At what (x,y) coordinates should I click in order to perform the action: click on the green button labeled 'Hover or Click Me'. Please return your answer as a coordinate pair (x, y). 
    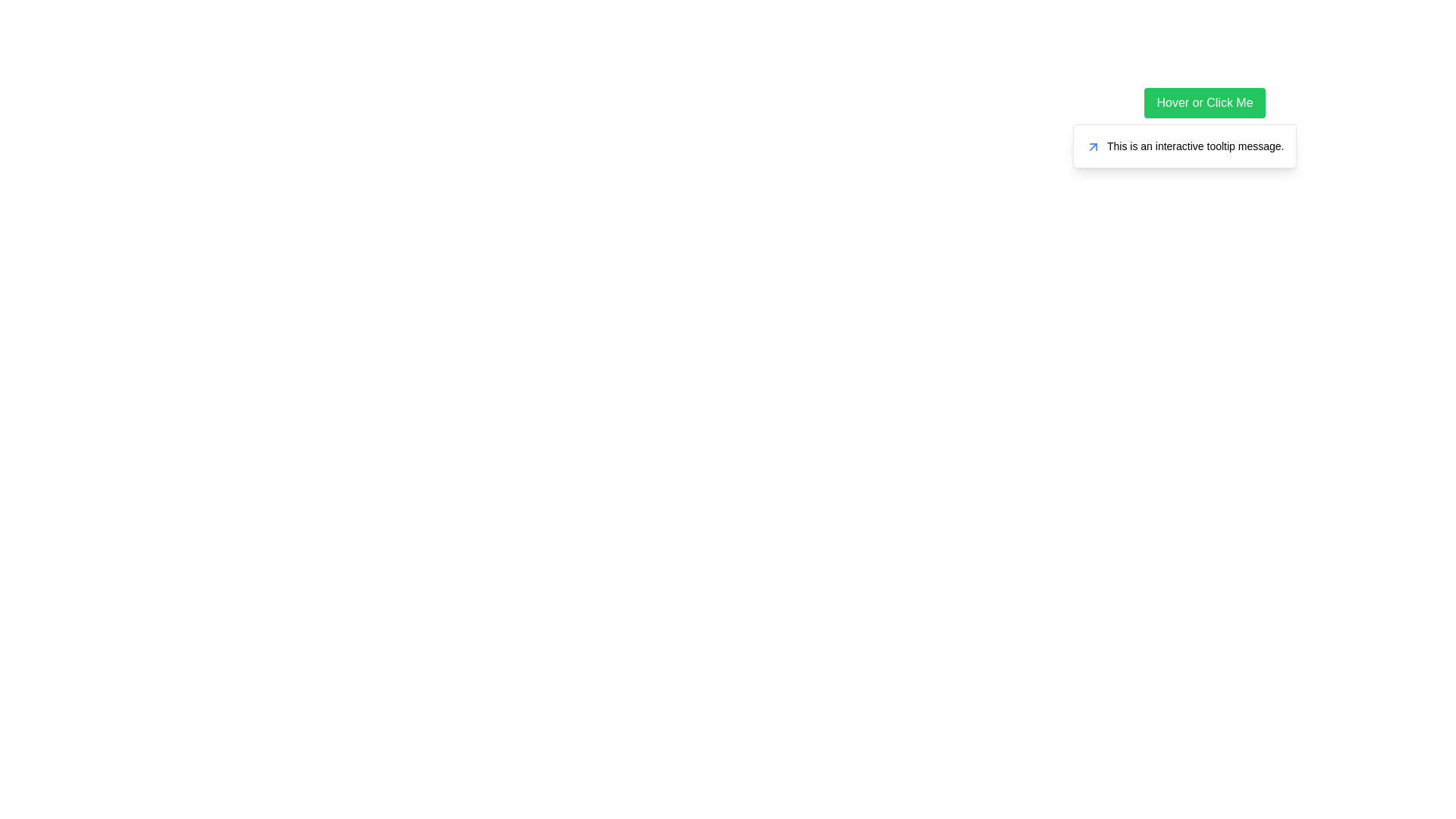
    Looking at the image, I should click on (1203, 102).